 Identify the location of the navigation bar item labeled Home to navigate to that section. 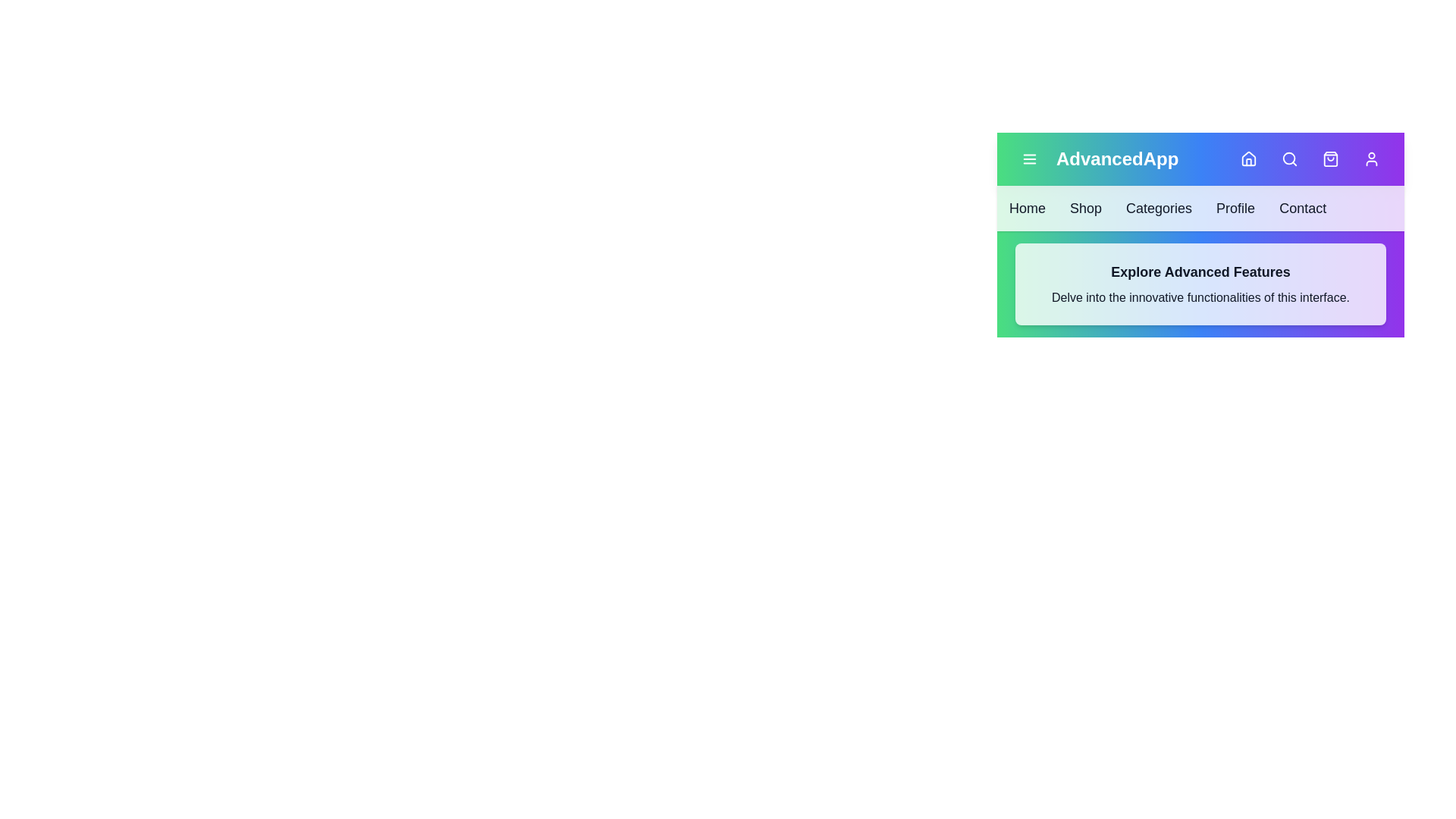
(1027, 208).